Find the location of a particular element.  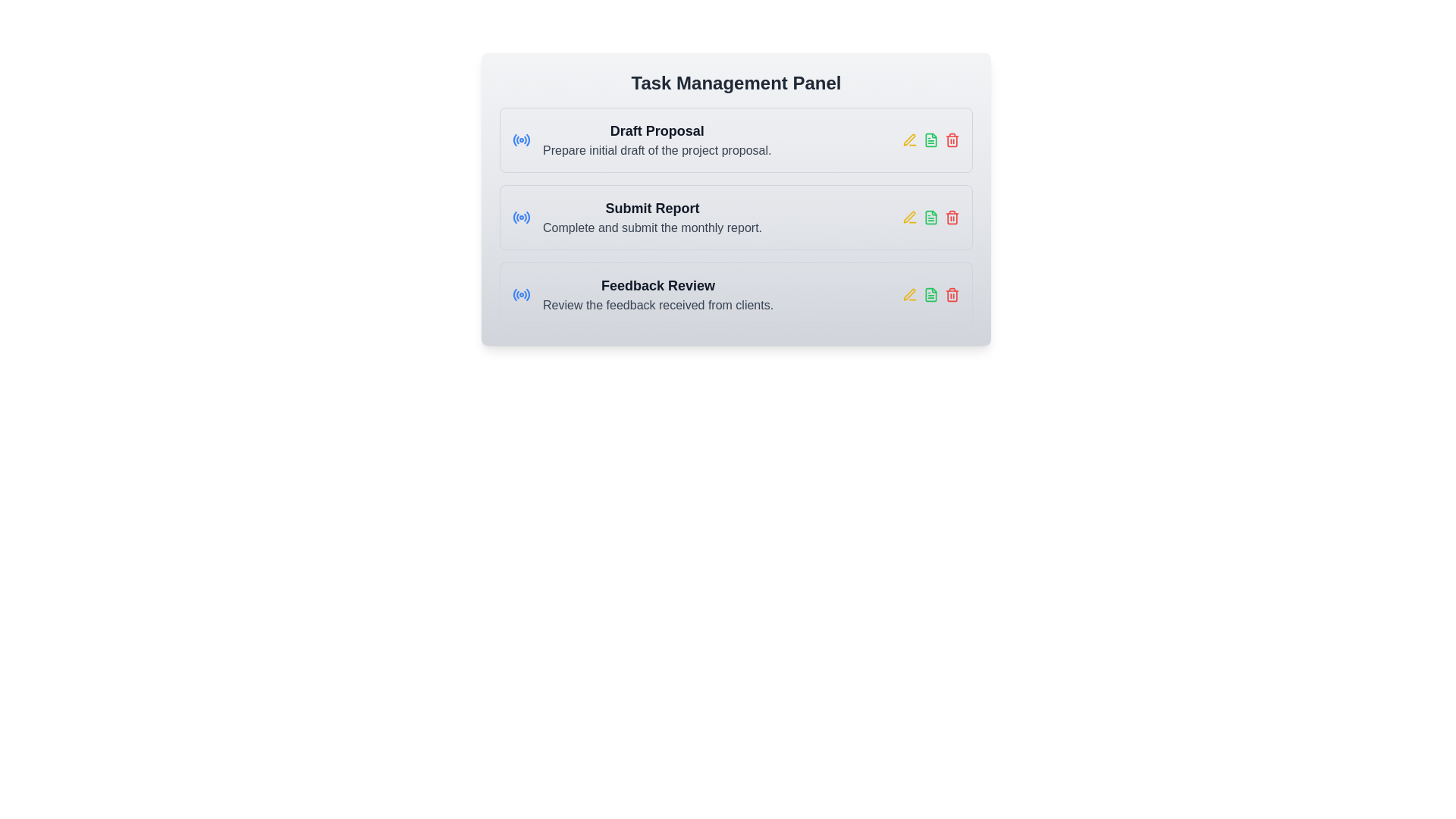

the text element that reads 'Complete and submit the monthly report.' which is displayed in medium-dark gray and is located below the 'Submit Report' heading is located at coordinates (652, 227).